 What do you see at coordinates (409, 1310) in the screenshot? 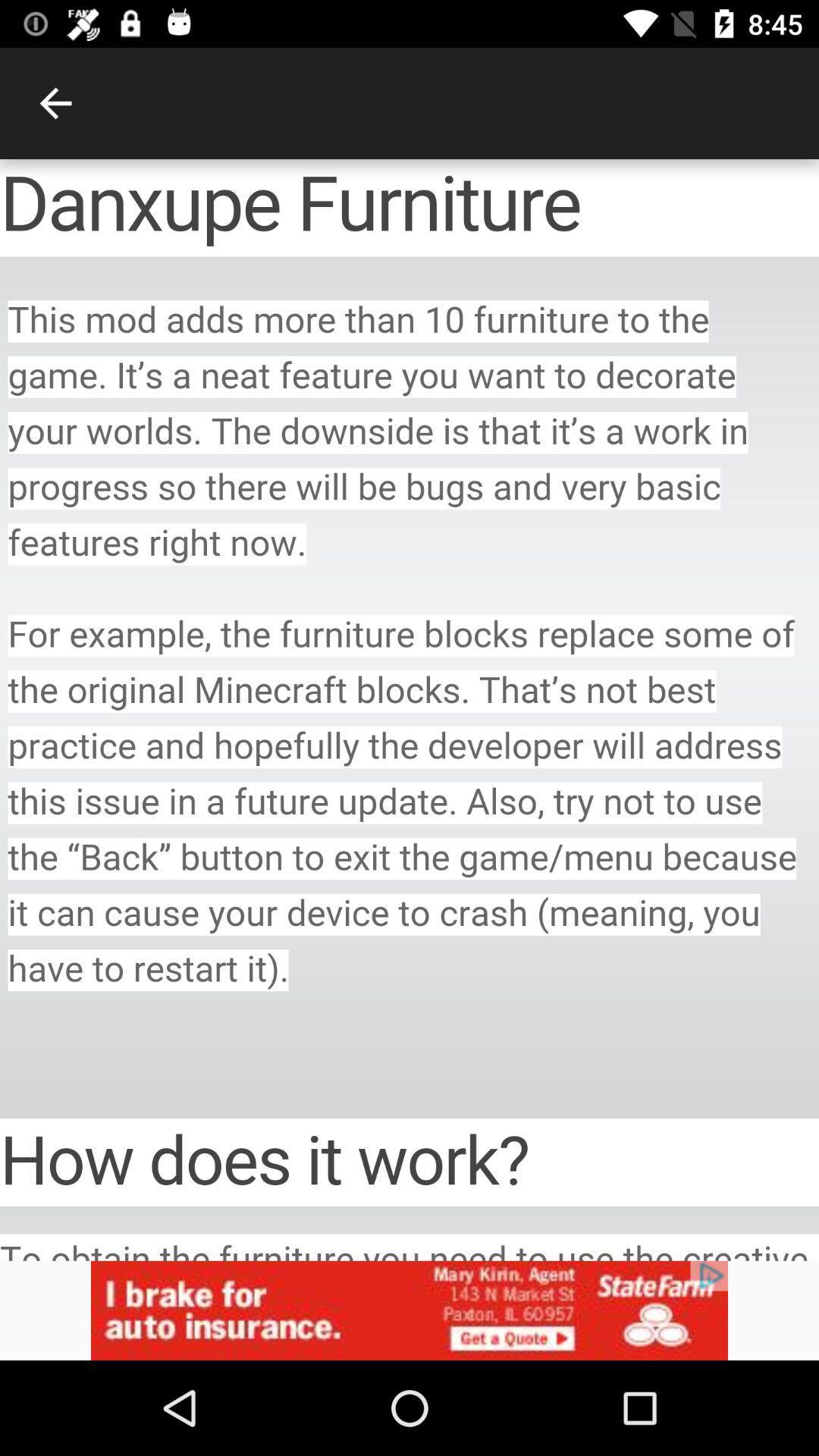
I see `advertisement` at bounding box center [409, 1310].